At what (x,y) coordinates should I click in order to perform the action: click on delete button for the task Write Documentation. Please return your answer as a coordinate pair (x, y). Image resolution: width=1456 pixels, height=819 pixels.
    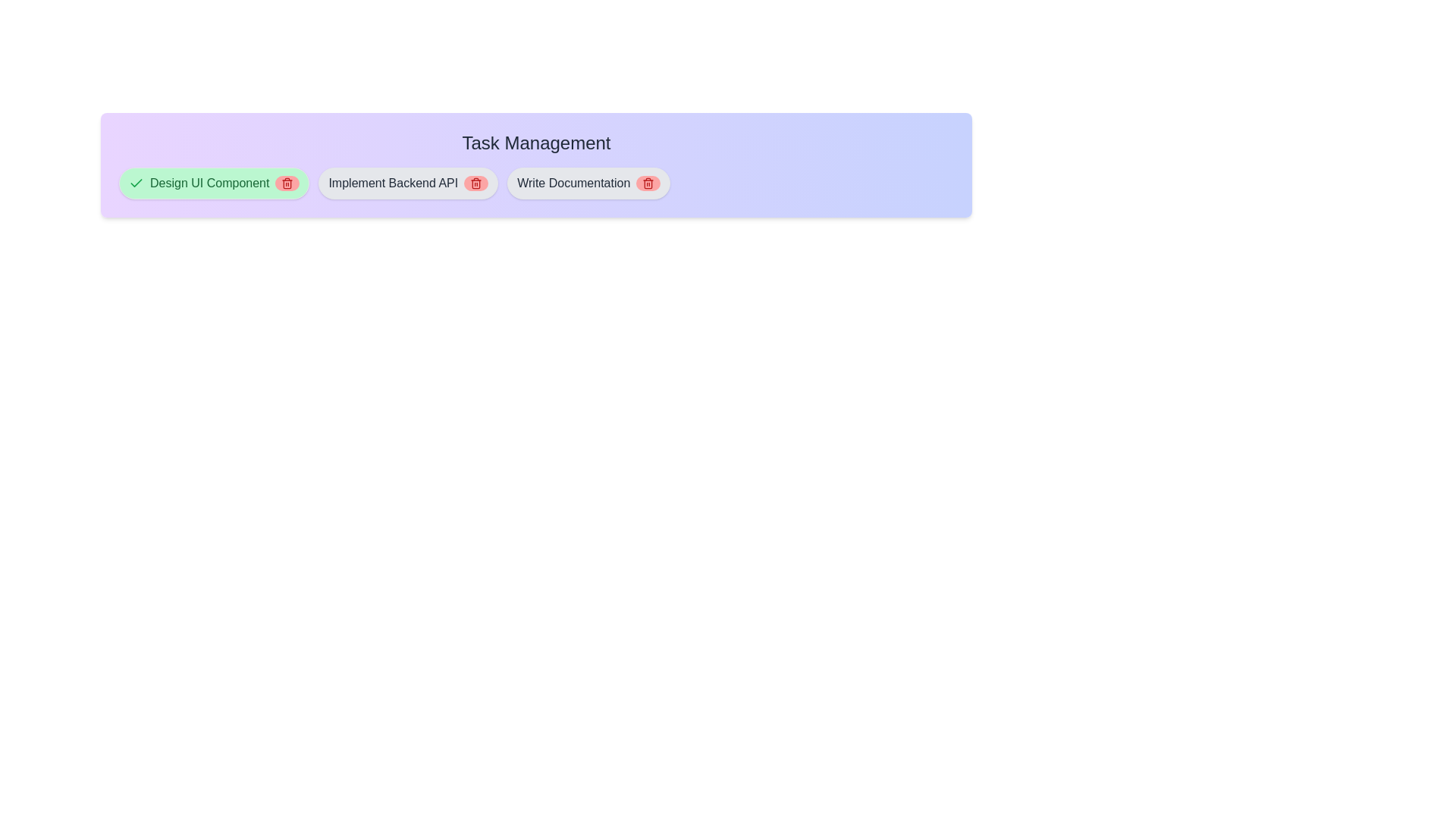
    Looking at the image, I should click on (648, 183).